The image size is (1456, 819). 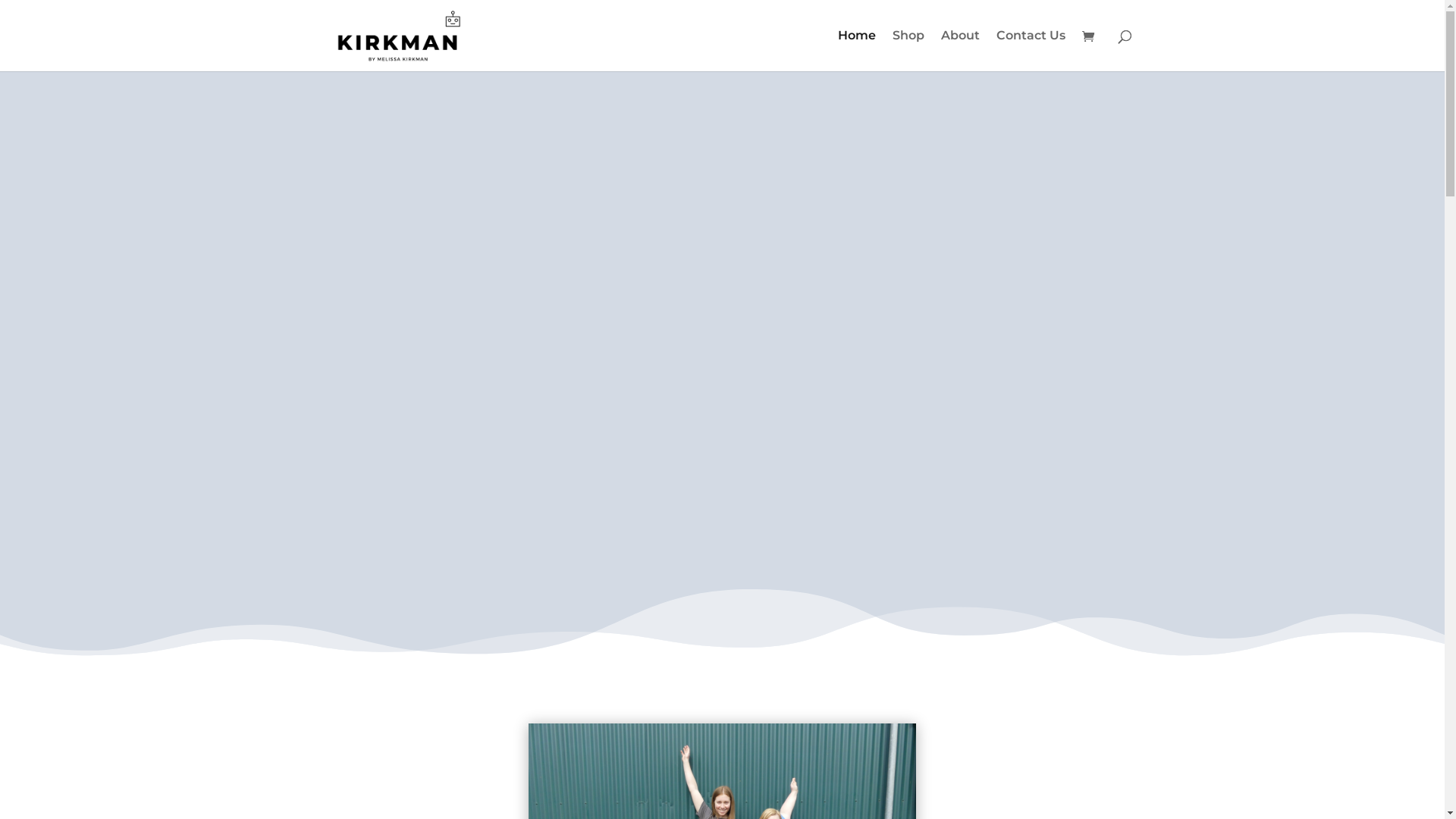 What do you see at coordinates (939, 49) in the screenshot?
I see `'About'` at bounding box center [939, 49].